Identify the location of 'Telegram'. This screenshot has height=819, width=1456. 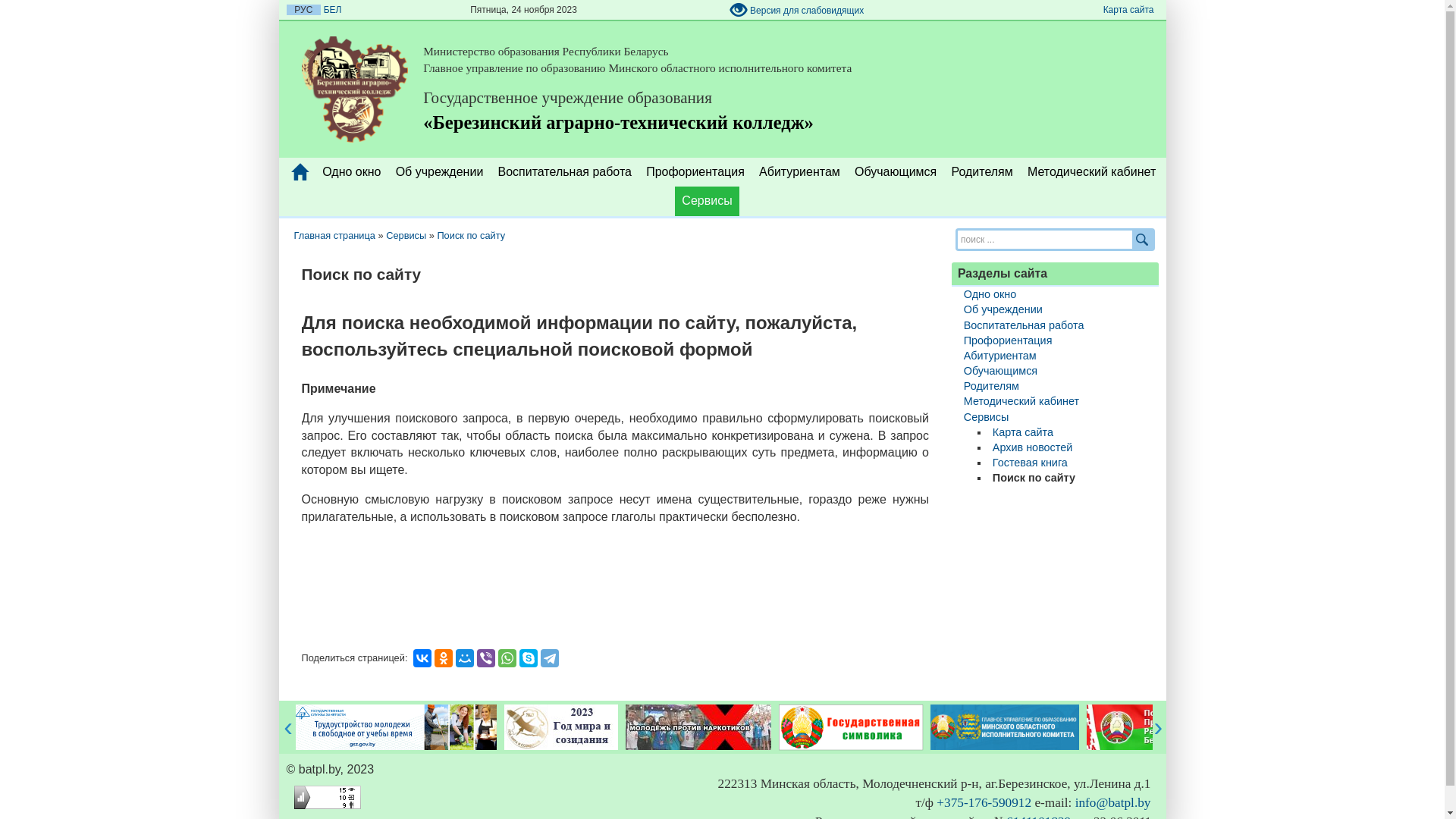
(541, 657).